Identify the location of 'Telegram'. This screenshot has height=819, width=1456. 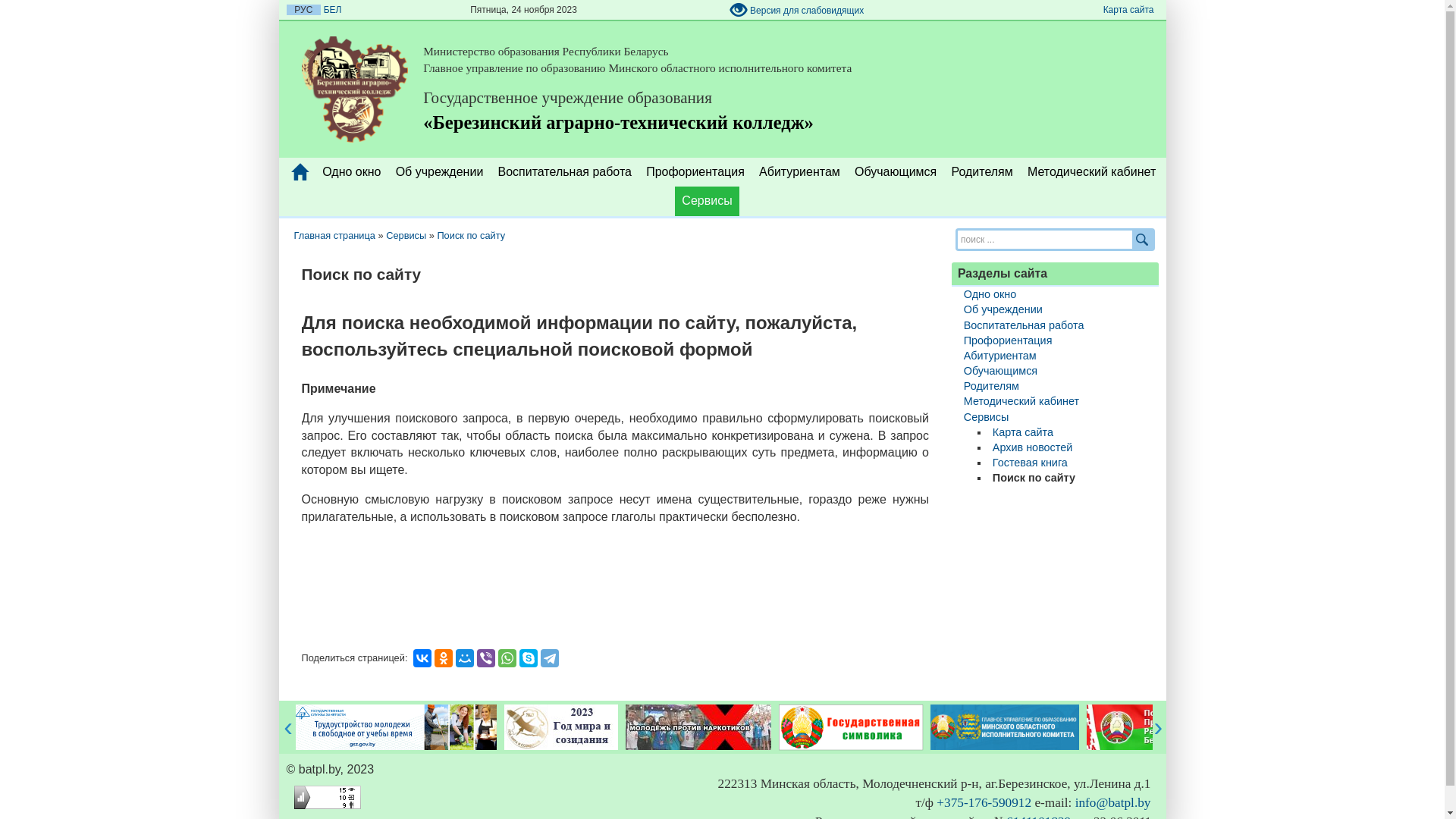
(541, 657).